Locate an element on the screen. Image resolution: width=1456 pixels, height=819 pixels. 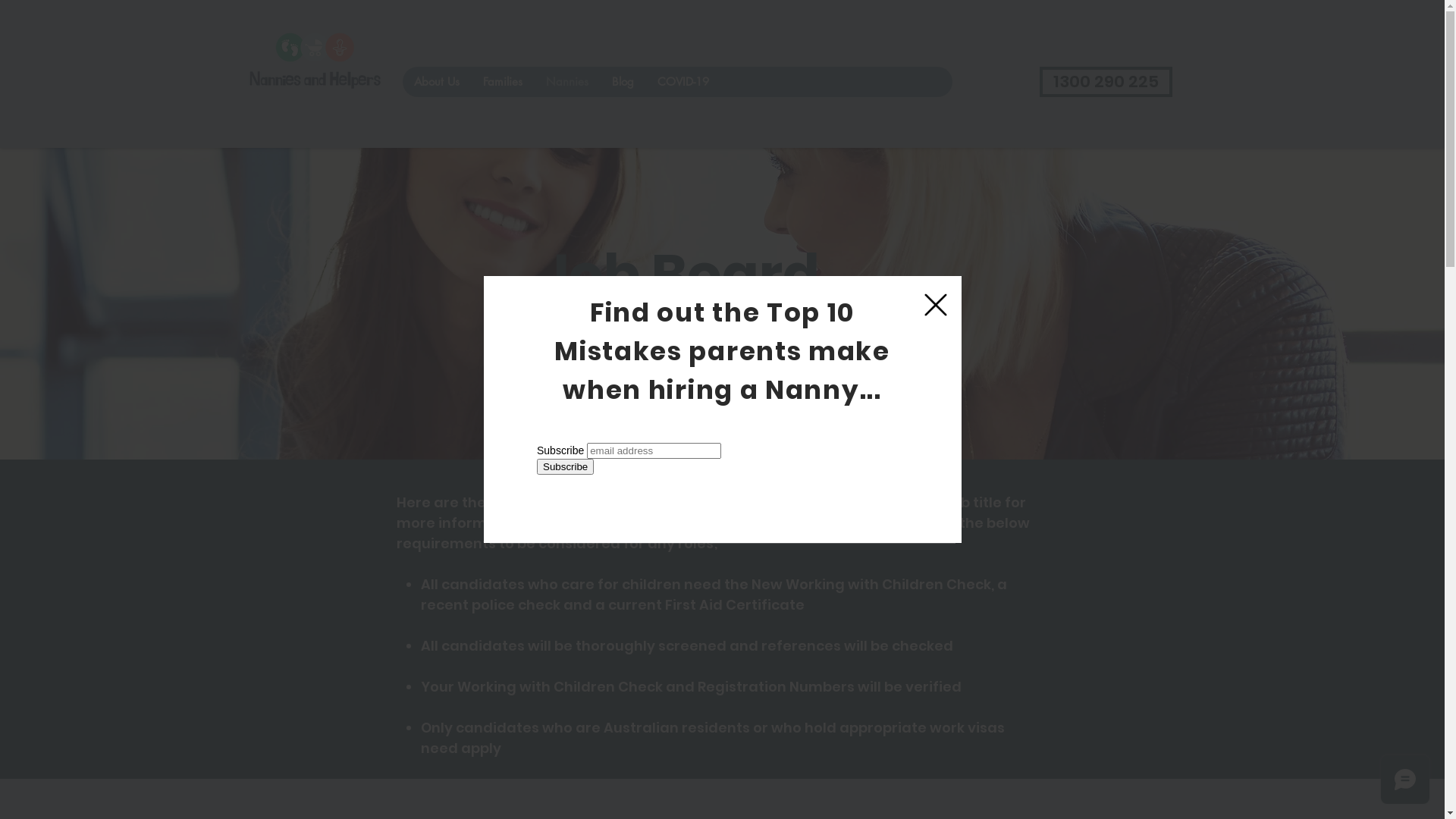
'Nannies' is located at coordinates (566, 82).